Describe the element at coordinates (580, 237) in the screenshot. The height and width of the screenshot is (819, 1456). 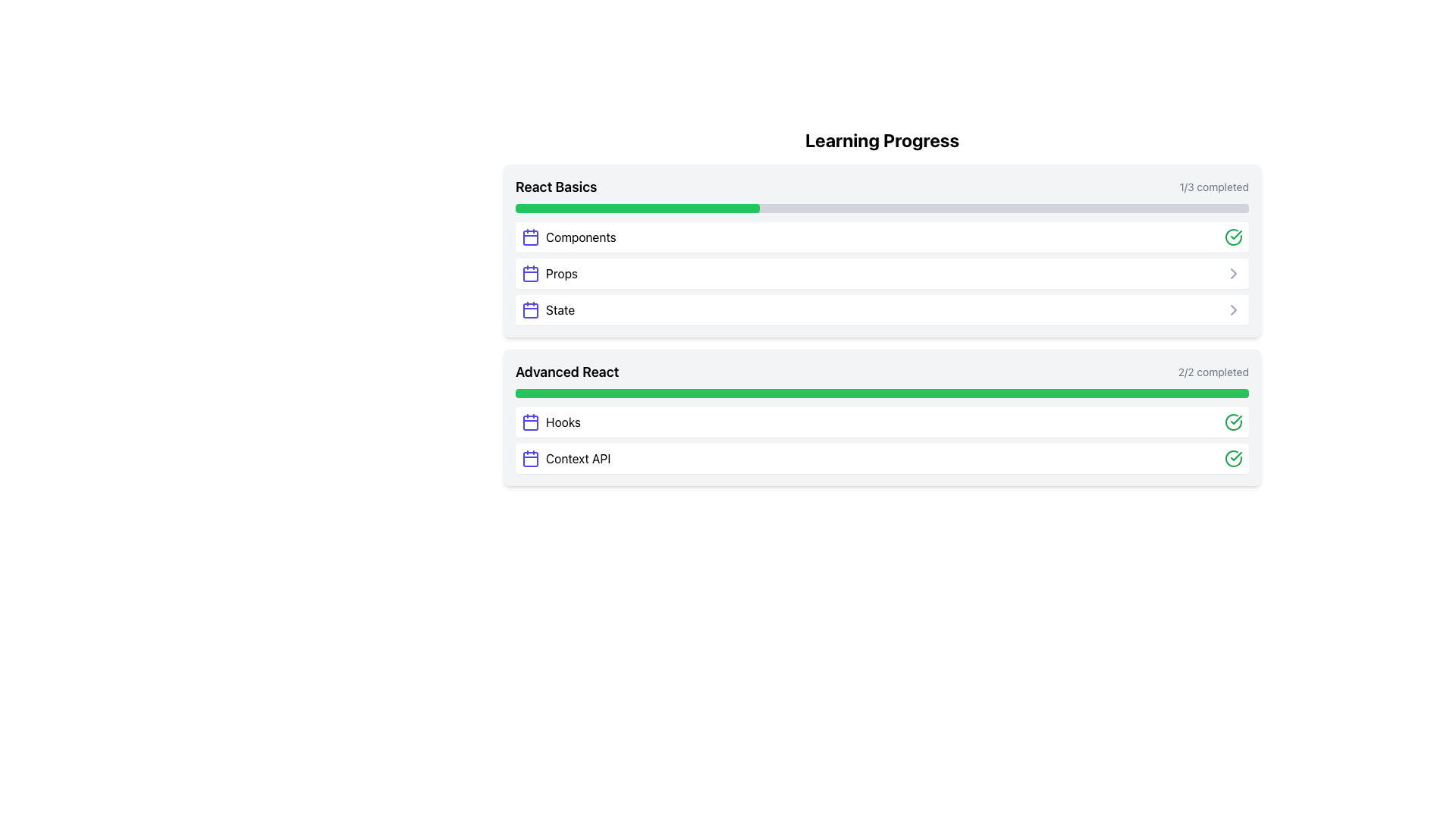
I see `text label that displays 'Components' in the React Basics section, which is horizontally aligned beside a calendar icon` at that location.